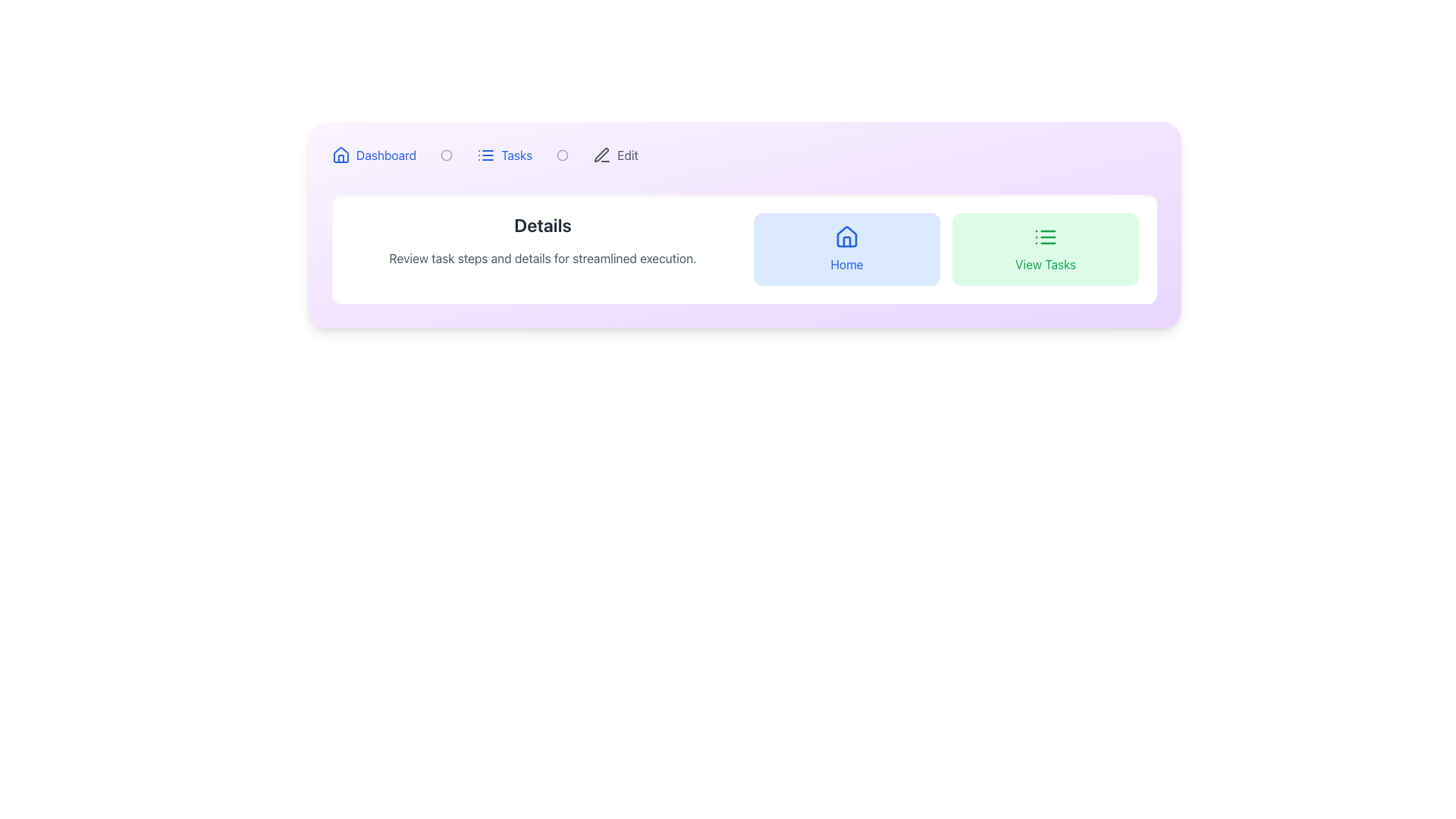 This screenshot has height=819, width=1456. I want to click on the list icon element, which is styled in blue and located to the left of the 'Tasks' label in the navigation menu bar, so click(486, 155).